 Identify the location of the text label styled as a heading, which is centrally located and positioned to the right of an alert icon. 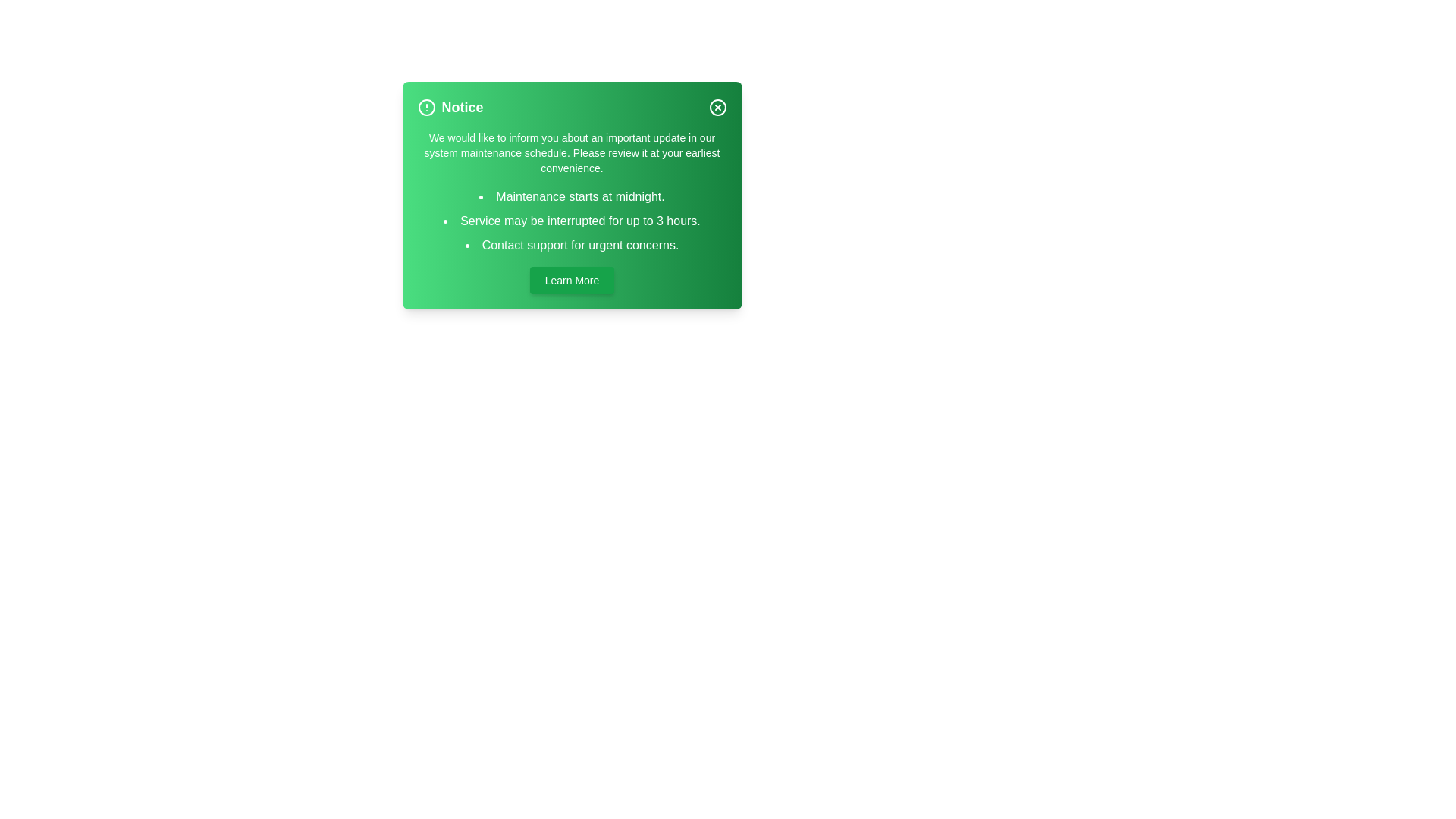
(461, 107).